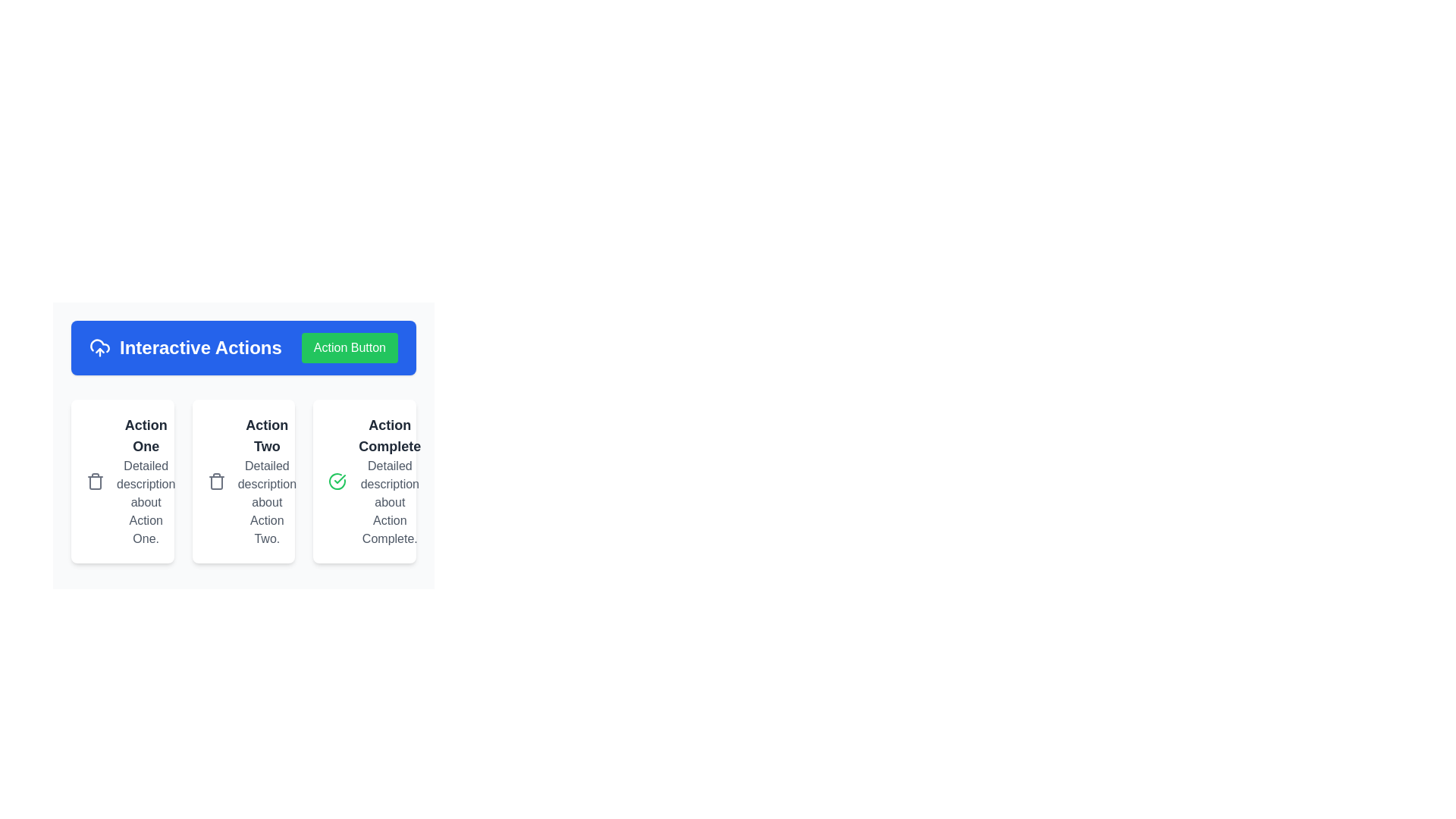 This screenshot has height=819, width=1456. I want to click on the text block displaying the header 'Action Two' and the paragraph 'Detailed description about Action Two', which is the second item in a horizontally aligned list, so click(267, 482).